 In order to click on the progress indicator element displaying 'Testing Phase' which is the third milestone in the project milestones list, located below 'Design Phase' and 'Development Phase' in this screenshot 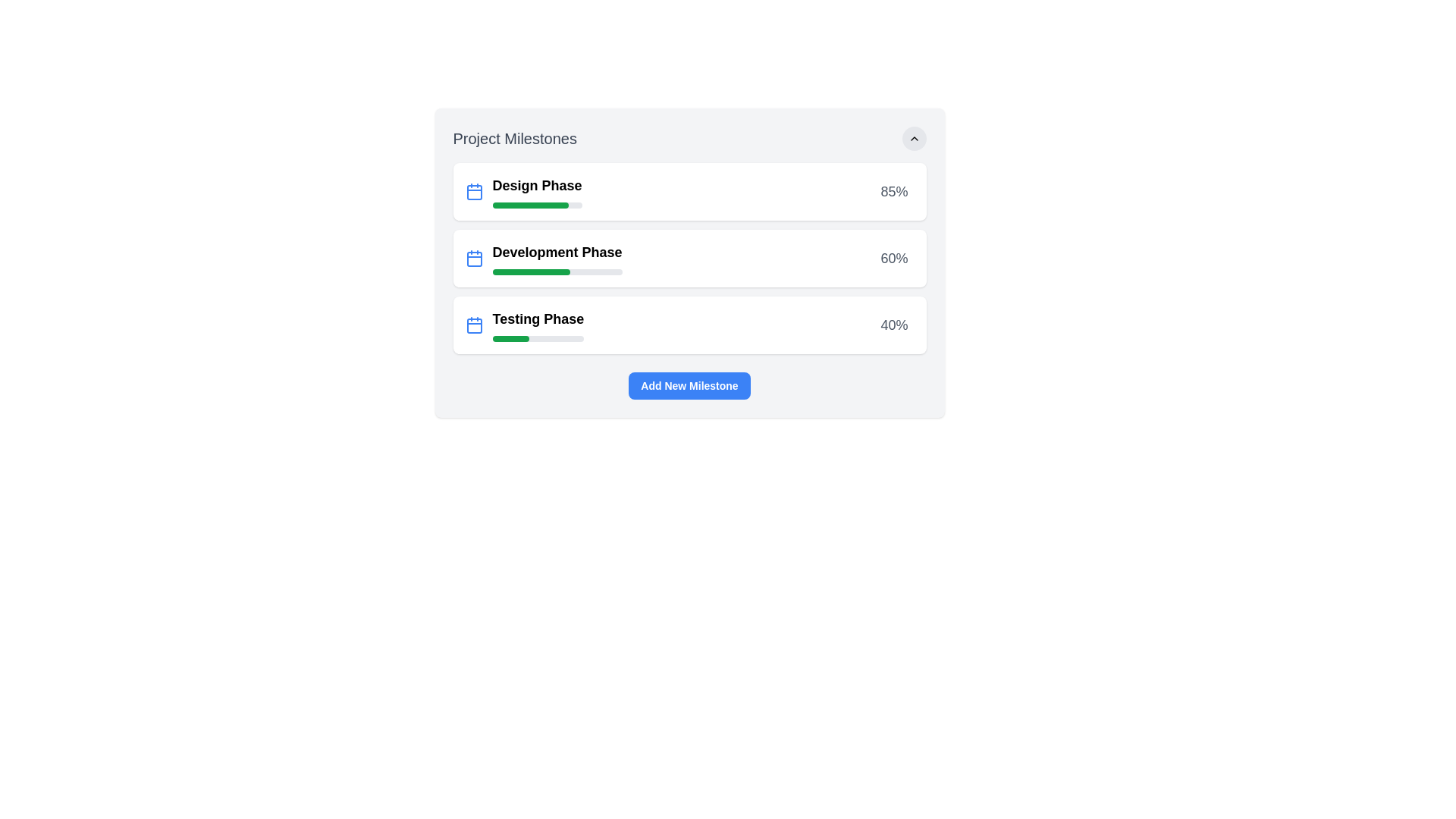, I will do `click(538, 324)`.